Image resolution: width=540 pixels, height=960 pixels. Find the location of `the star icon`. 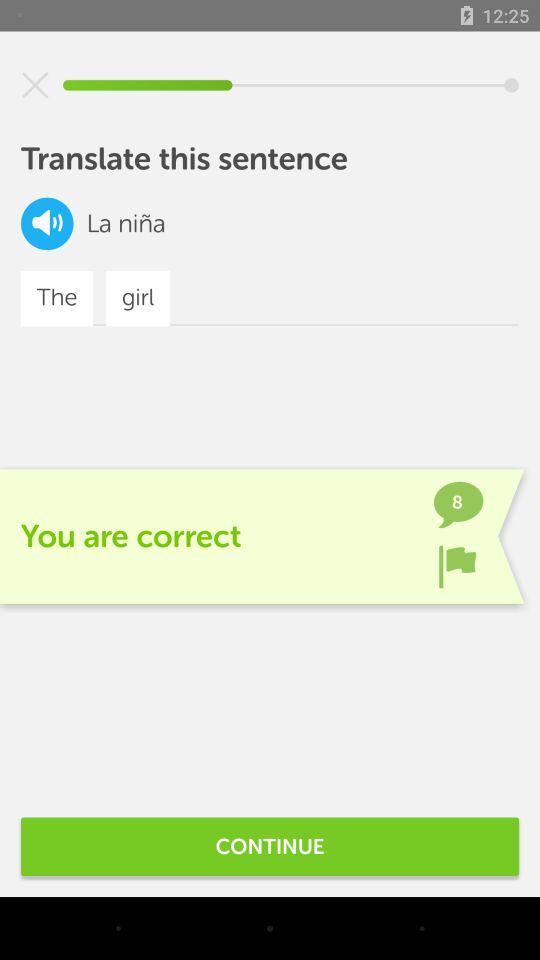

the star icon is located at coordinates (35, 85).